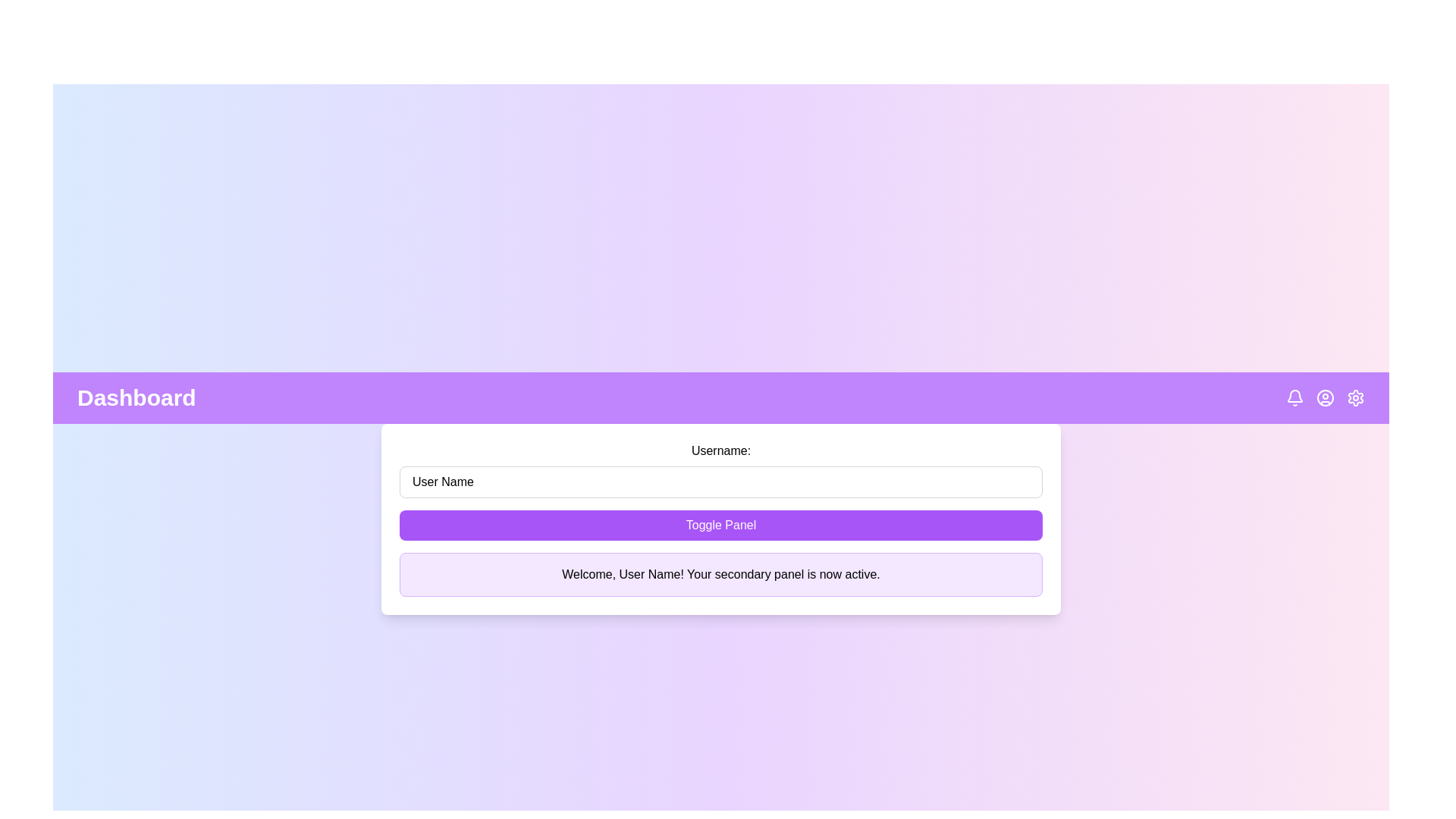 The image size is (1456, 819). Describe the element at coordinates (1324, 397) in the screenshot. I see `the user profile icon located on the right end of the top purple navigation bar` at that location.